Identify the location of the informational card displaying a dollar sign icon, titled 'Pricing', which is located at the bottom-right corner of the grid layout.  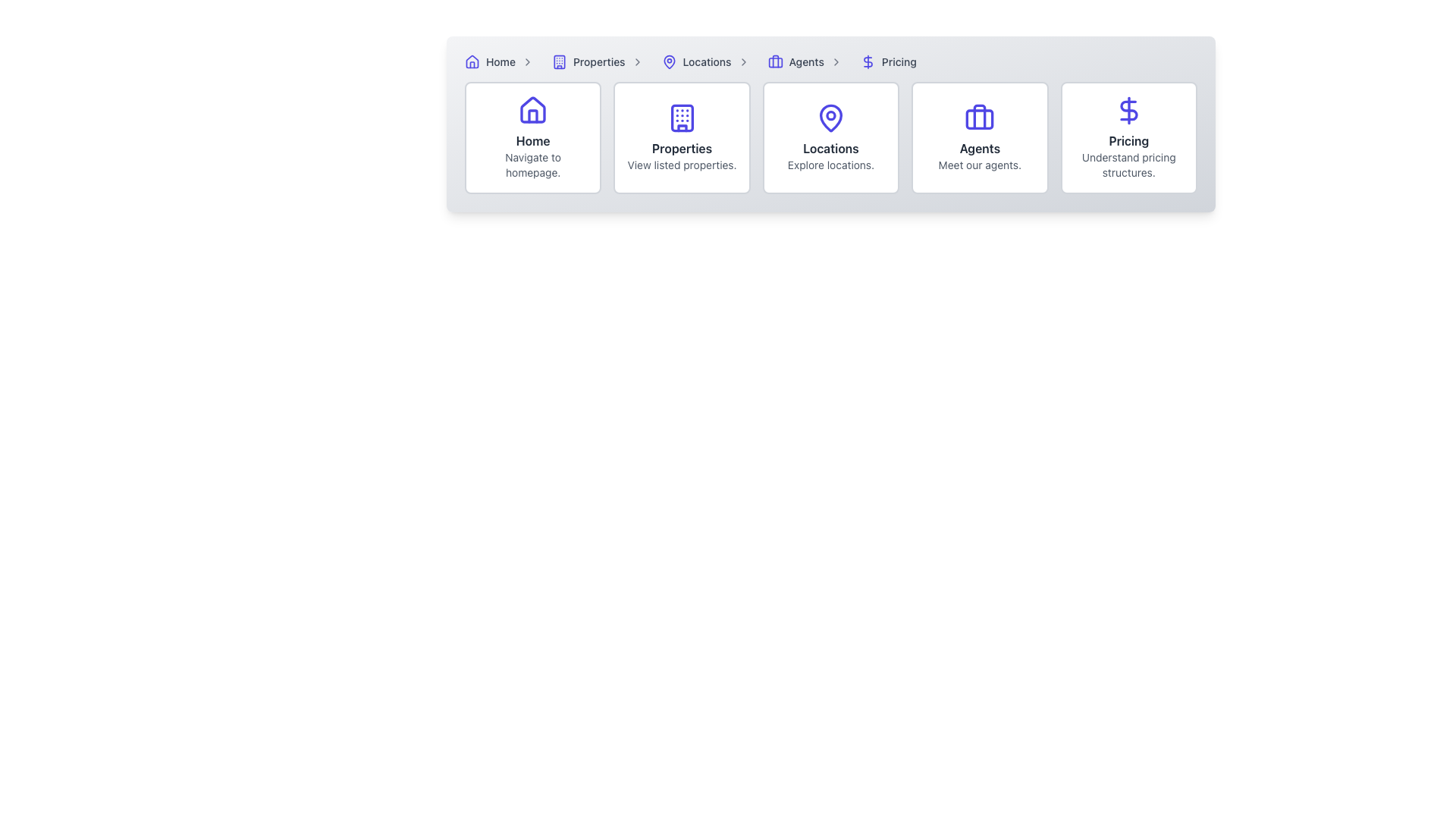
(1128, 137).